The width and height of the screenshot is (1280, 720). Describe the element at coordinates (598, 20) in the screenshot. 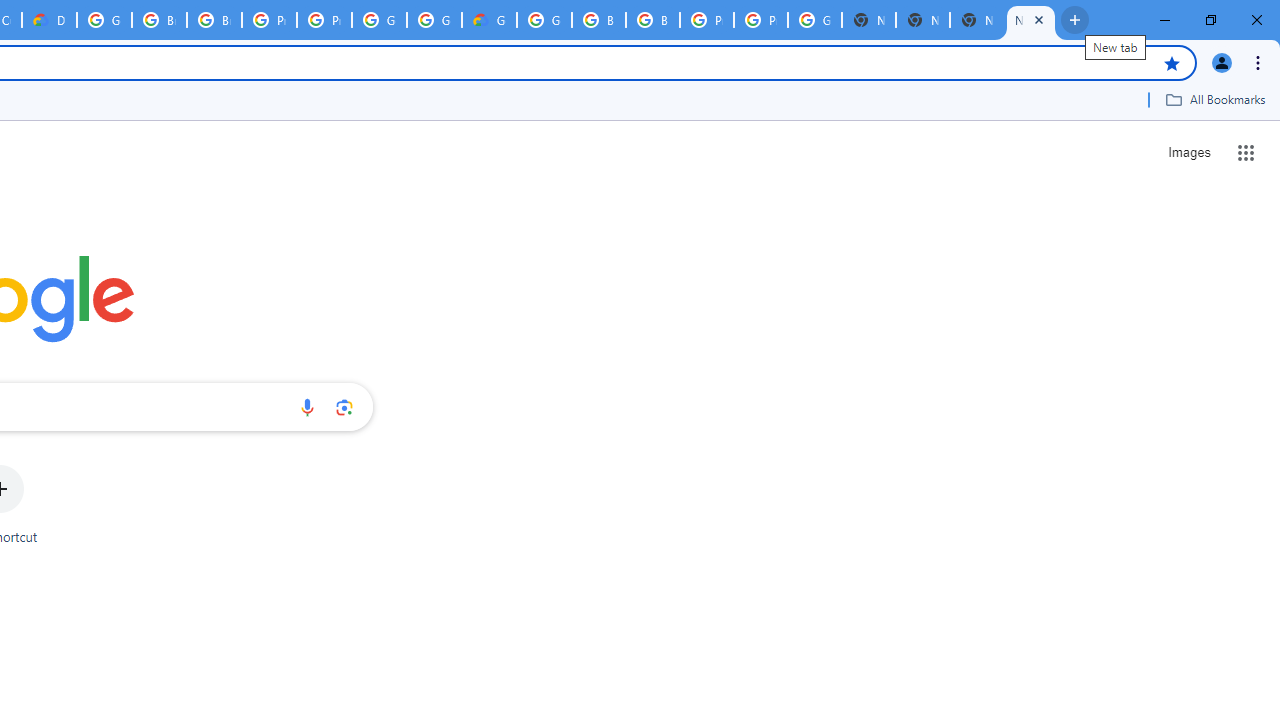

I see `'Browse Chrome as a guest - Computer - Google Chrome Help'` at that location.